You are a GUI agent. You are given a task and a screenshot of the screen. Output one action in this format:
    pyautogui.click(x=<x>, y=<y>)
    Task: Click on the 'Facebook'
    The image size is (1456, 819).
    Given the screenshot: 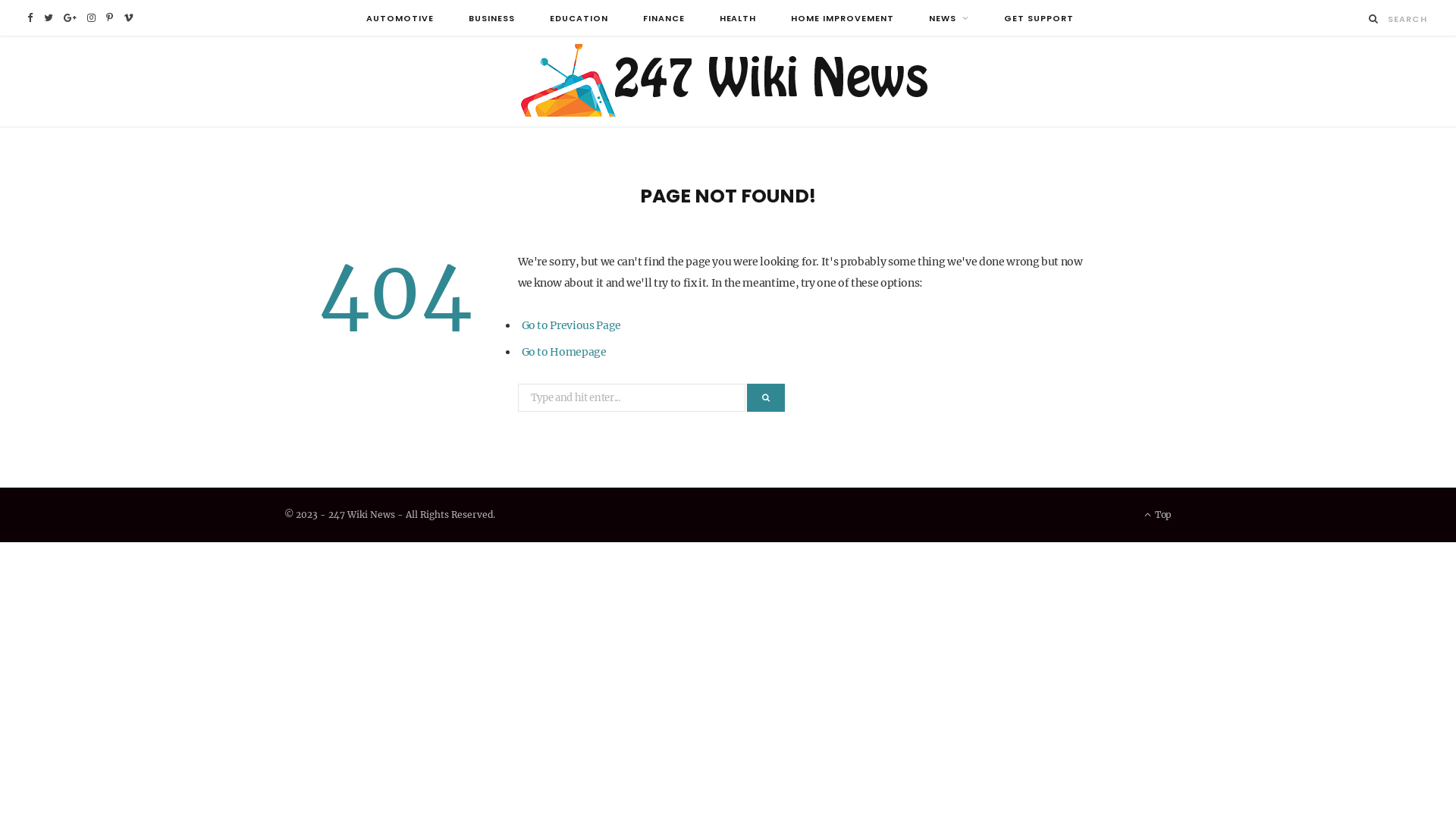 What is the action you would take?
    pyautogui.click(x=30, y=17)
    